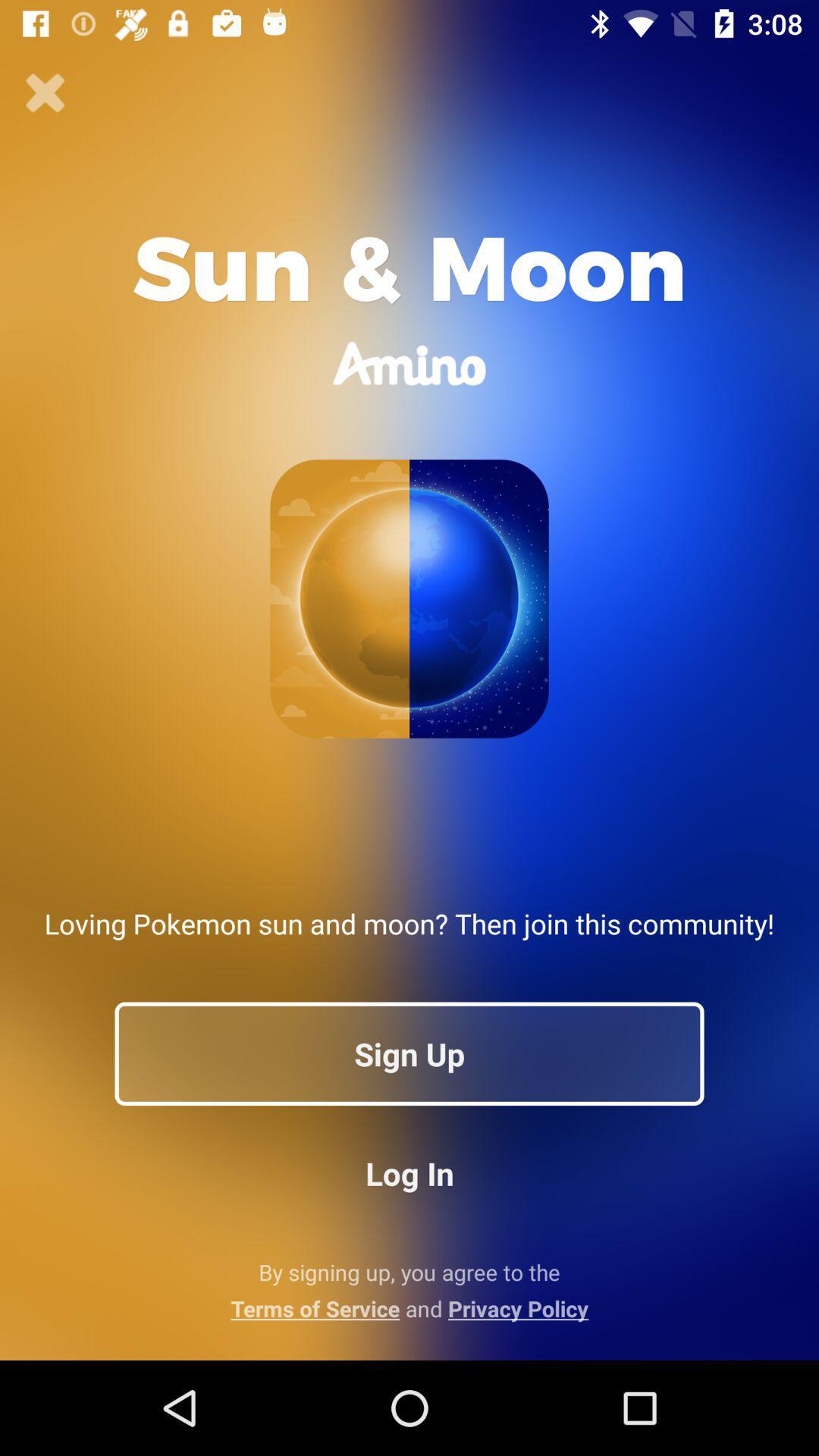  Describe the element at coordinates (409, 1053) in the screenshot. I see `the sign up item` at that location.